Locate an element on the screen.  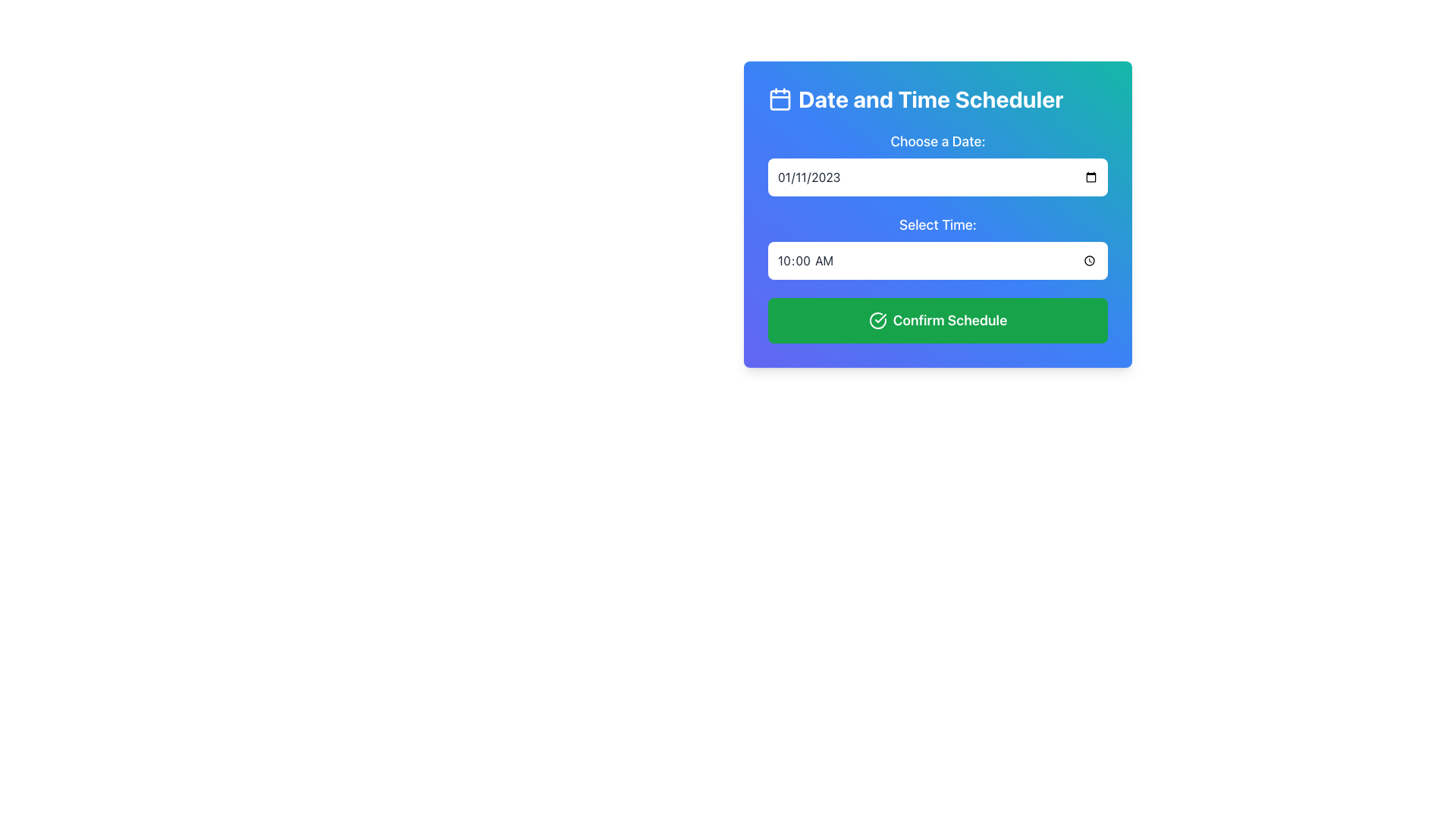
the rectangular green 'Confirm Schedule' button with a check mark icon to confirm the schedule is located at coordinates (937, 320).